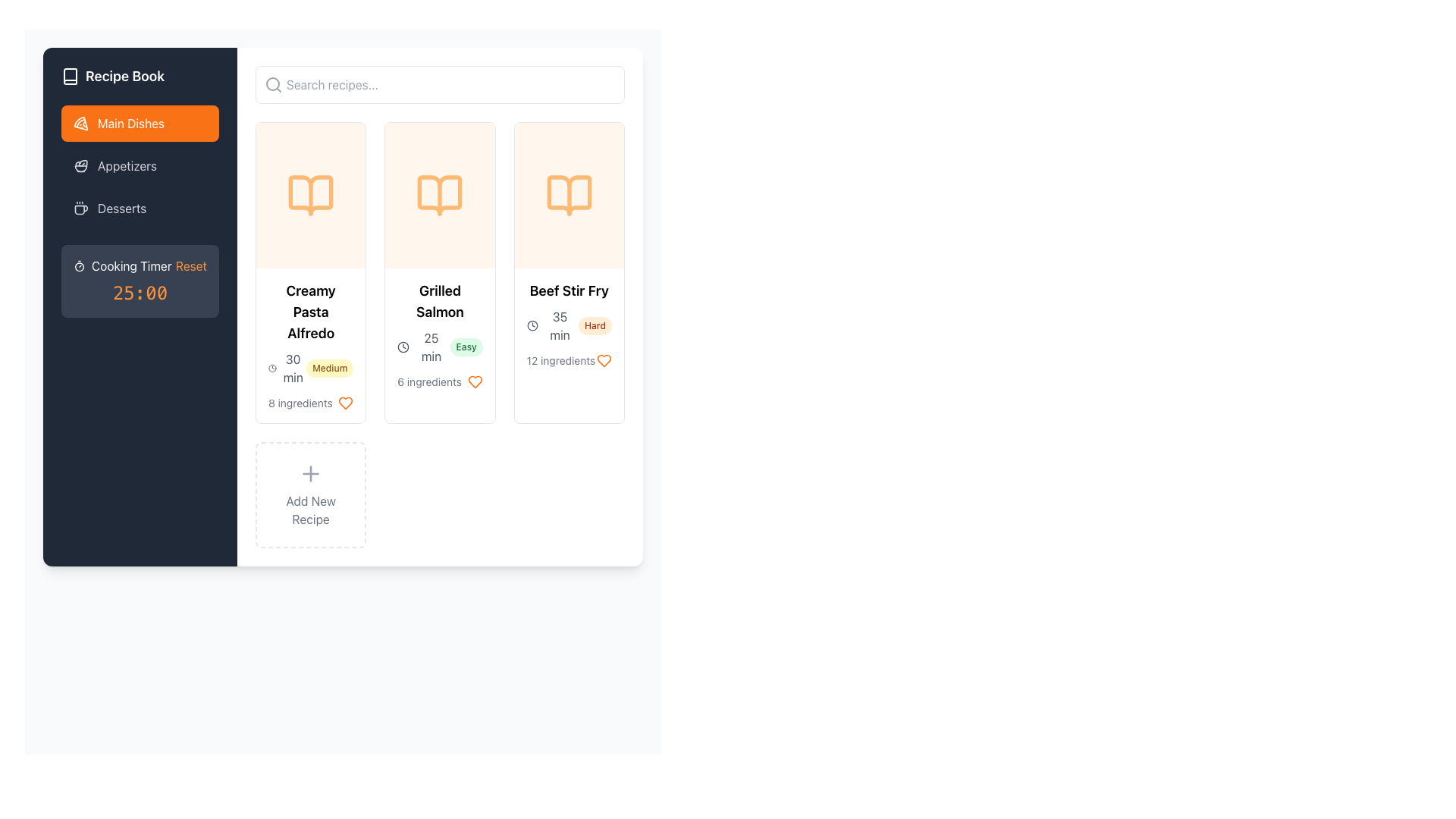  I want to click on the decorative recipe card icon representing 'Grilled Salmon' in the orange-tinted header area, so click(439, 195).